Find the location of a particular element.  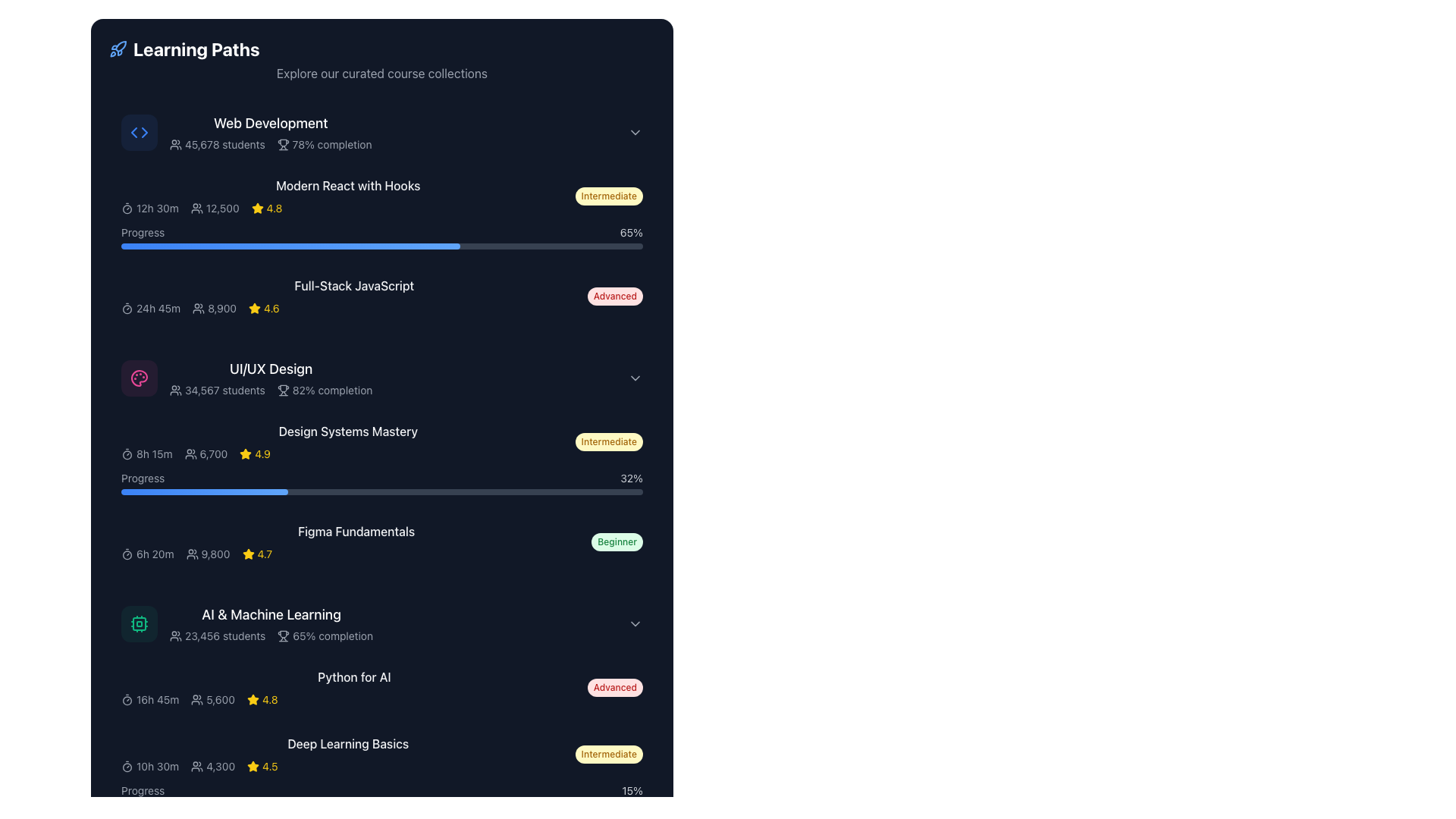

the static text displaying '15%' in light gray, located in the bottom-right part of the interface is located at coordinates (632, 789).